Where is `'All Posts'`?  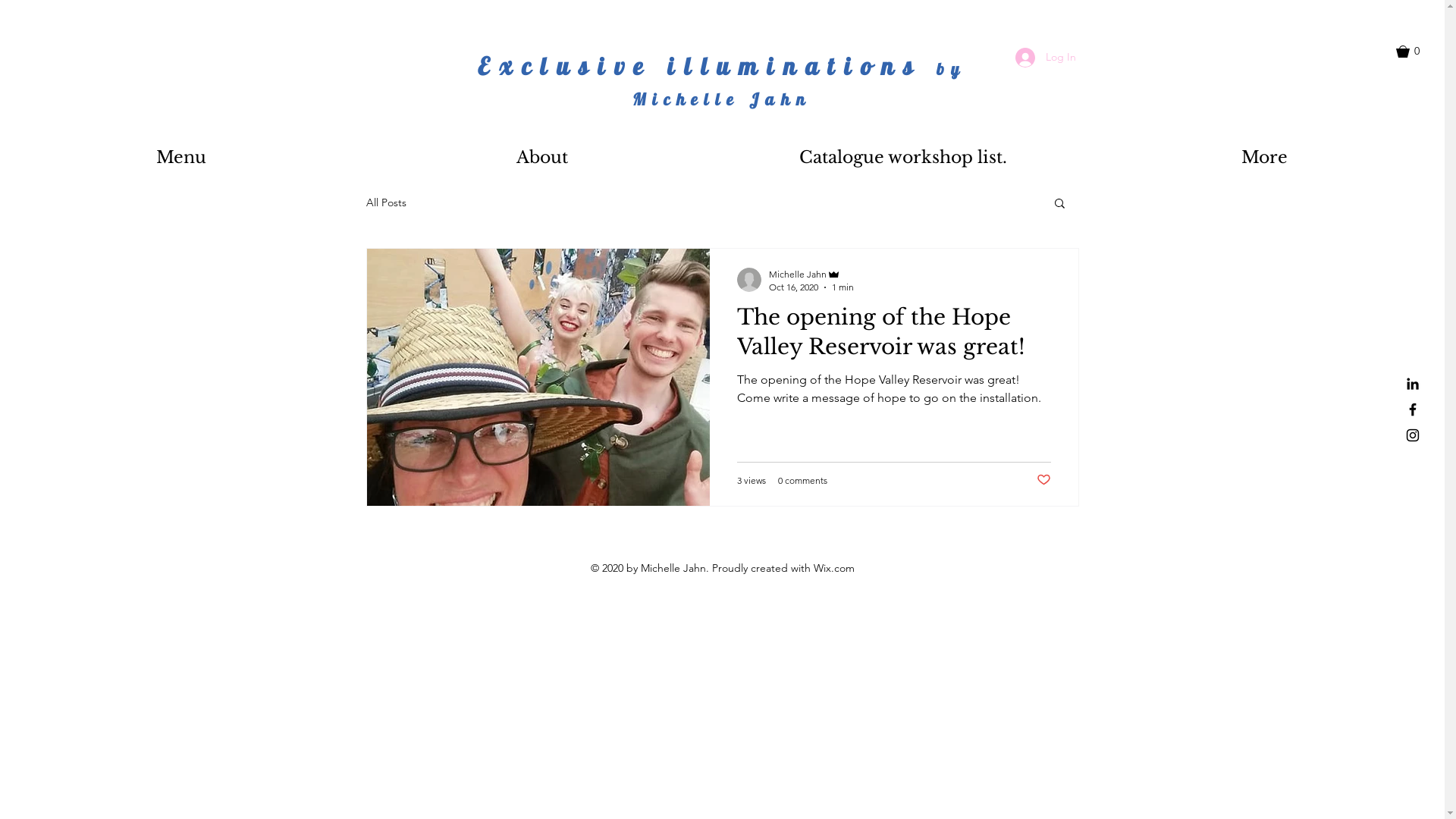
'All Posts' is located at coordinates (385, 201).